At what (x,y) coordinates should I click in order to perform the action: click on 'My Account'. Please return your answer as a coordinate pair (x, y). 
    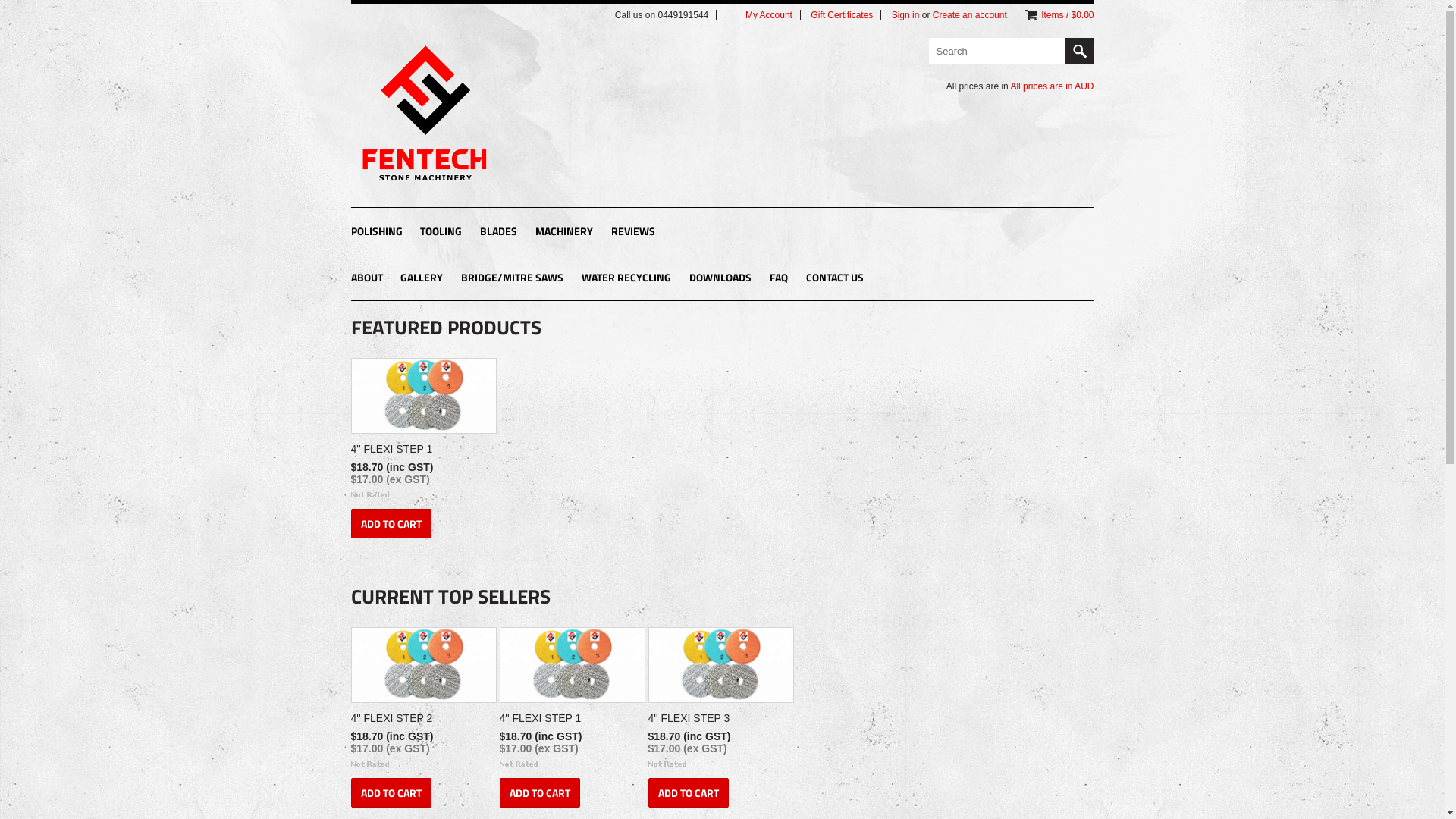
    Looking at the image, I should click on (745, 14).